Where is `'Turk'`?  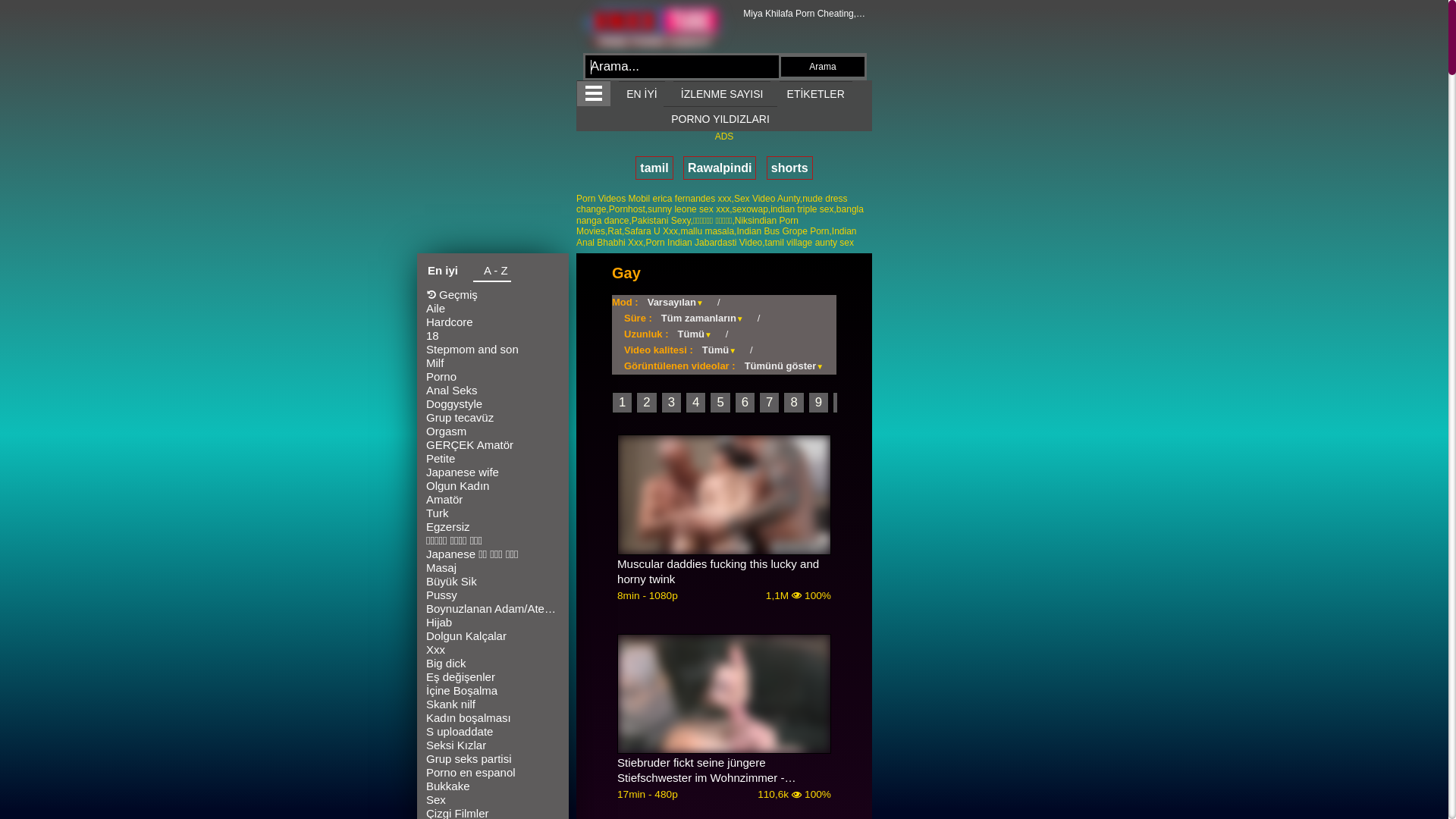
'Turk' is located at coordinates (425, 513).